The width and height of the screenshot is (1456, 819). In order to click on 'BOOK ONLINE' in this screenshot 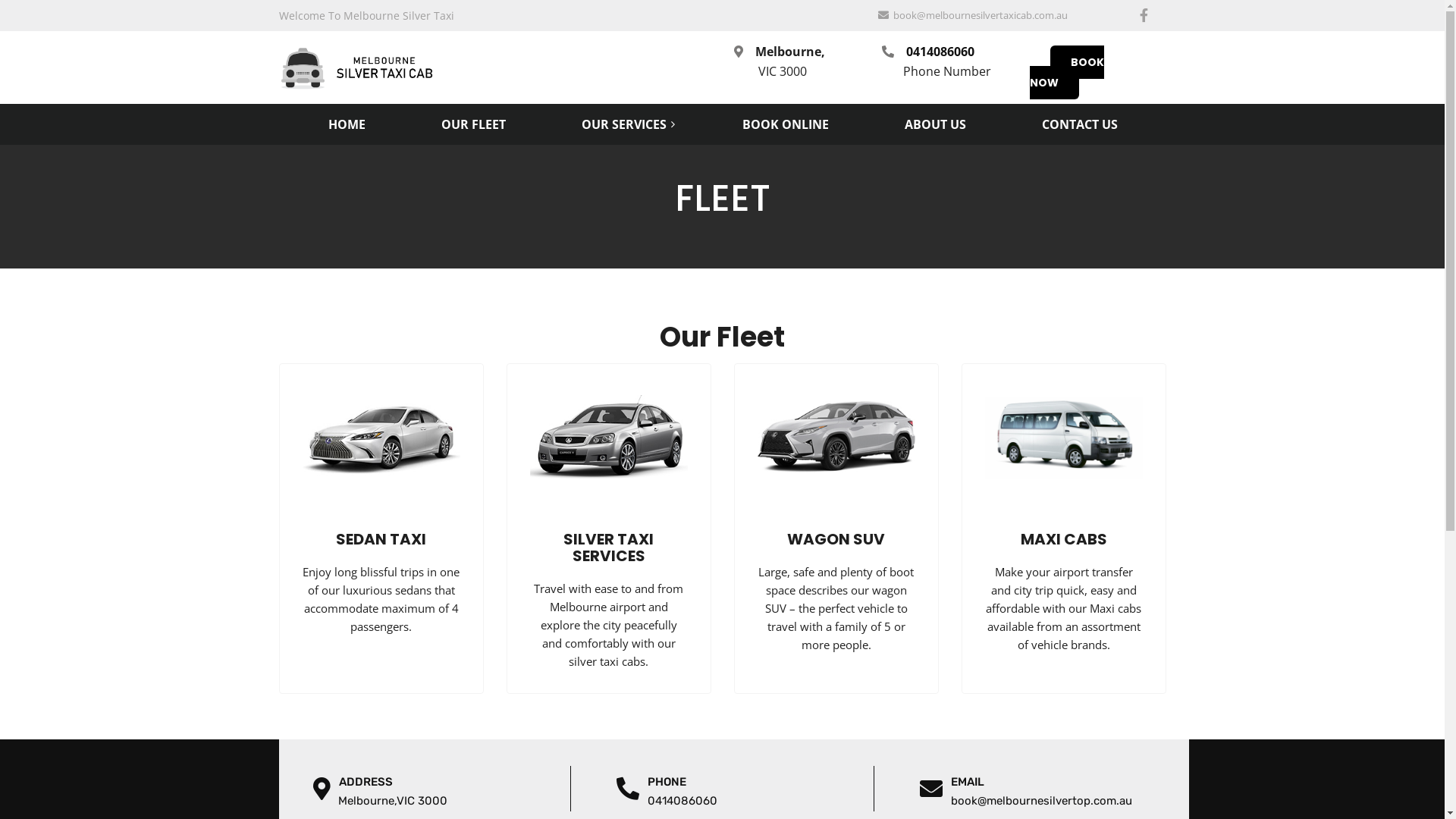, I will do `click(786, 121)`.